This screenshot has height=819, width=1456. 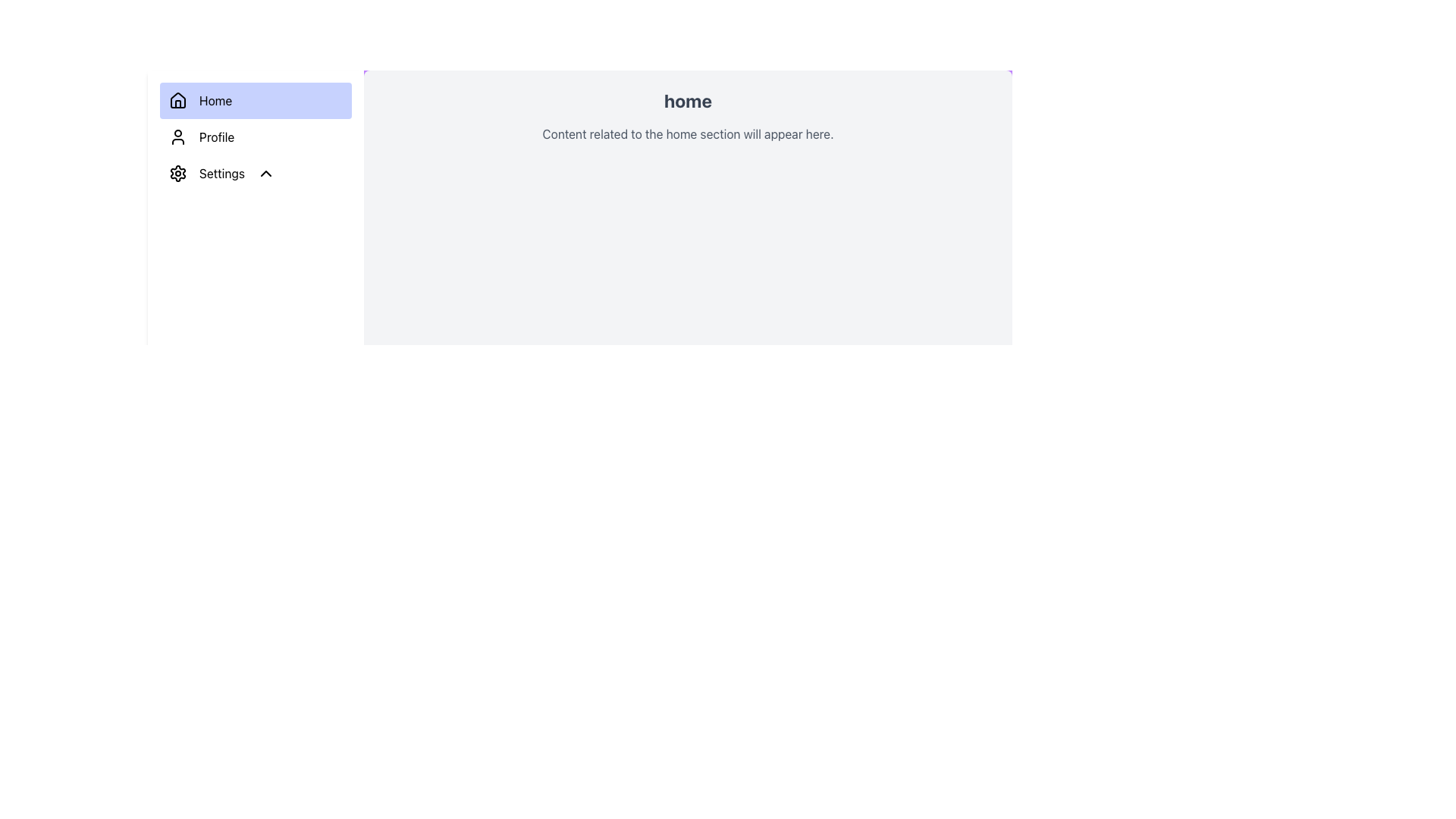 What do you see at coordinates (256, 137) in the screenshot?
I see `the 'Profile' menu item in the vertical navigation menu` at bounding box center [256, 137].